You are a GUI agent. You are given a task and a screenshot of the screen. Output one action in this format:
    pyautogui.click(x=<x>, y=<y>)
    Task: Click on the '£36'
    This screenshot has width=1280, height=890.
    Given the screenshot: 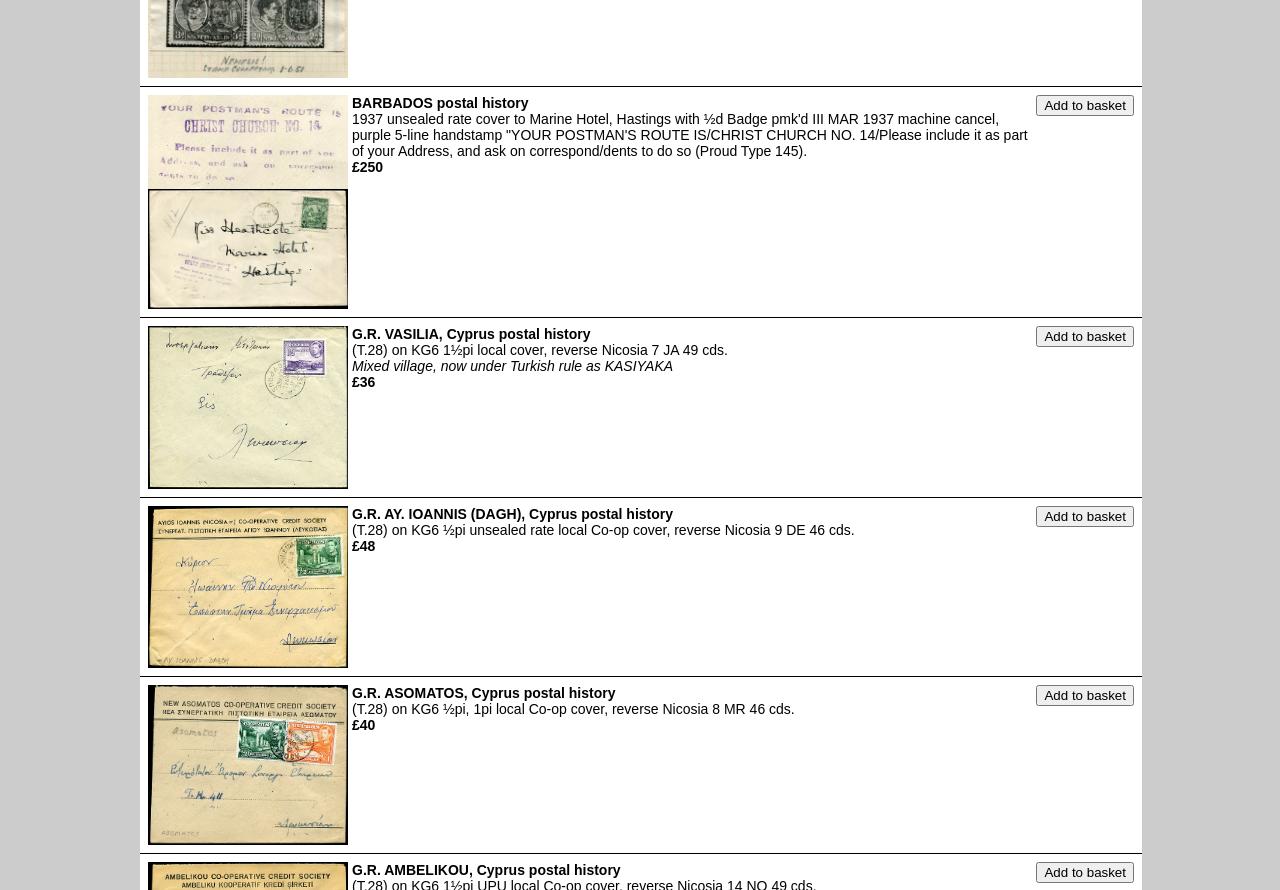 What is the action you would take?
    pyautogui.click(x=363, y=380)
    